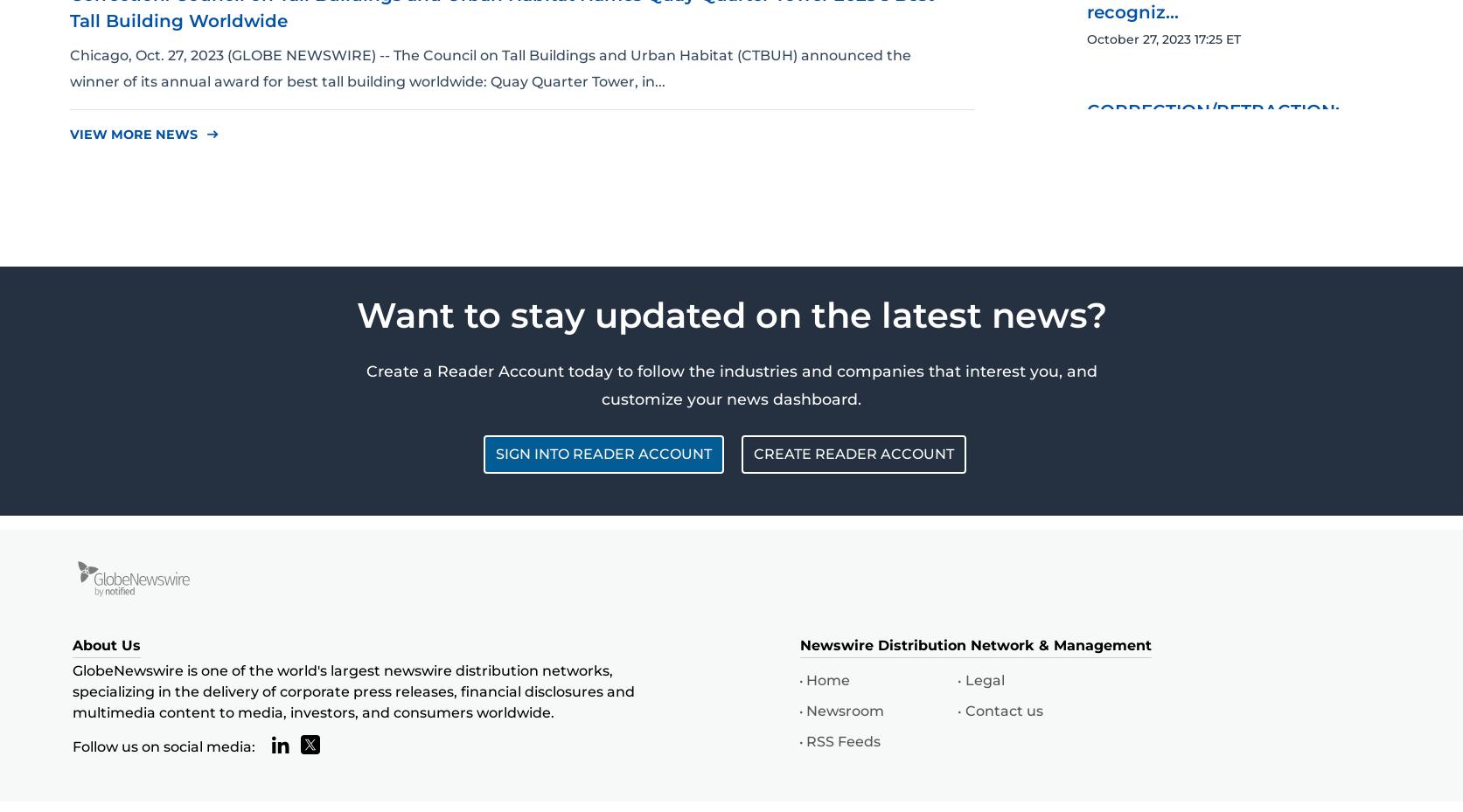  Describe the element at coordinates (69, 66) in the screenshot. I see `'Chicago, Oct.  27, 2023  (GLOBE NEWSWIRE) -- The Council on Tall Buildings and Urban Habitat (CTBUH) announced the winner of its annual award for best tall building worldwide: Quay Quarter Tower, in...'` at that location.